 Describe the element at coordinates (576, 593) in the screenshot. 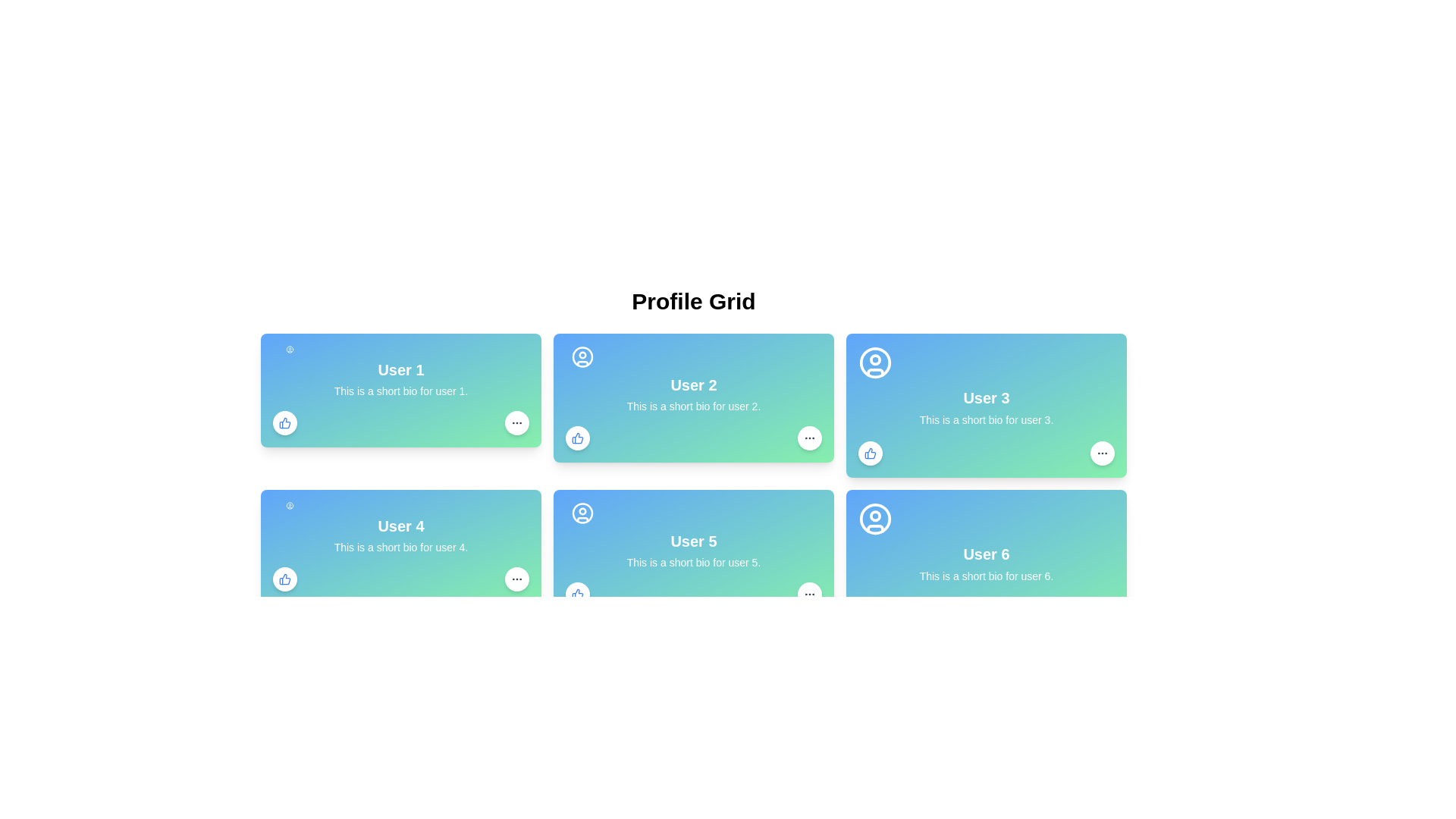

I see `the blue thumbs-up icon located in the bottom left corner of 'User 5's profile card` at that location.